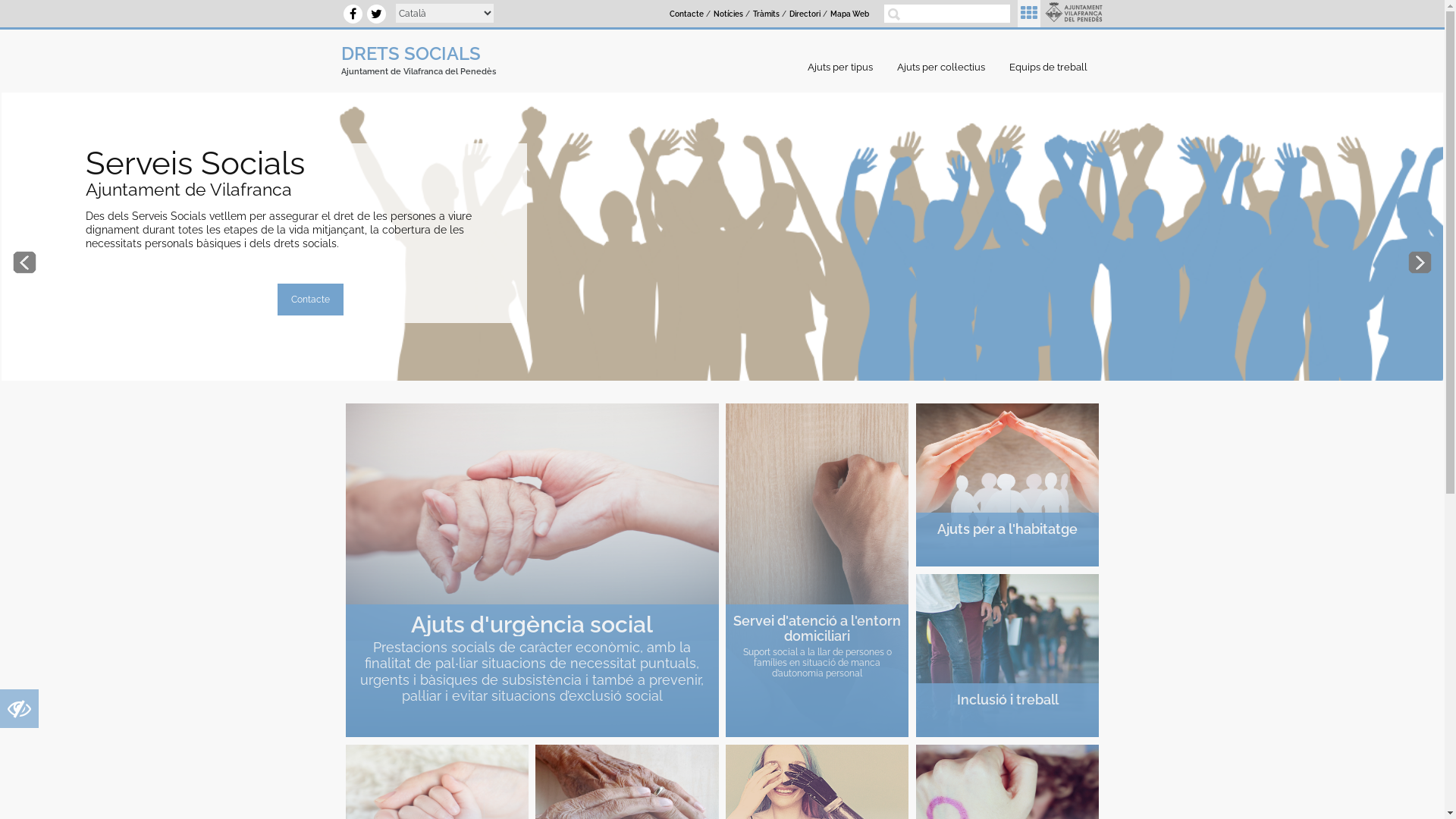 The image size is (1456, 819). What do you see at coordinates (843, 66) in the screenshot?
I see `'Ajuts per tipus'` at bounding box center [843, 66].